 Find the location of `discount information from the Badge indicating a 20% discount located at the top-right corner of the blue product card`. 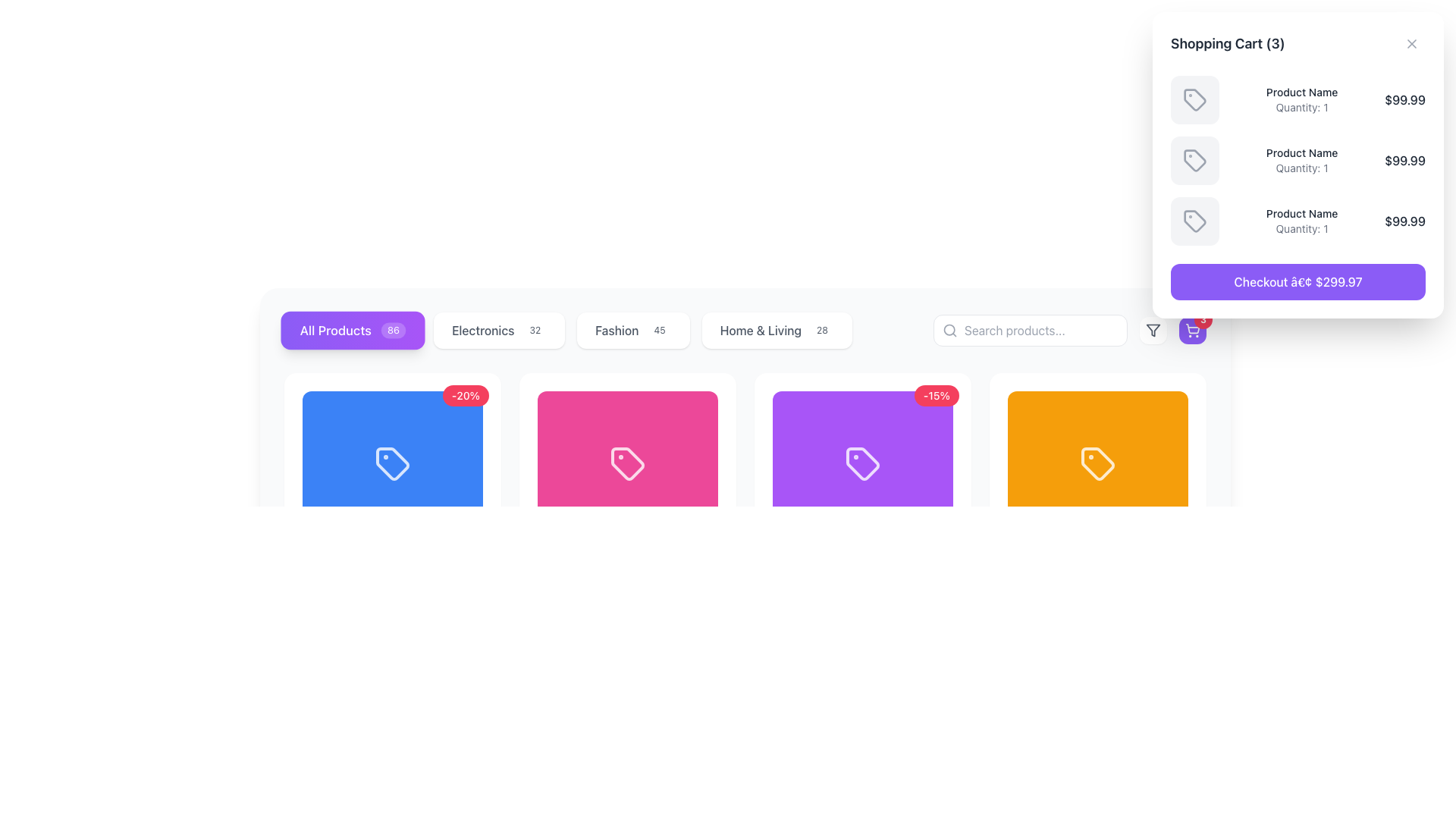

discount information from the Badge indicating a 20% discount located at the top-right corner of the blue product card is located at coordinates (465, 394).